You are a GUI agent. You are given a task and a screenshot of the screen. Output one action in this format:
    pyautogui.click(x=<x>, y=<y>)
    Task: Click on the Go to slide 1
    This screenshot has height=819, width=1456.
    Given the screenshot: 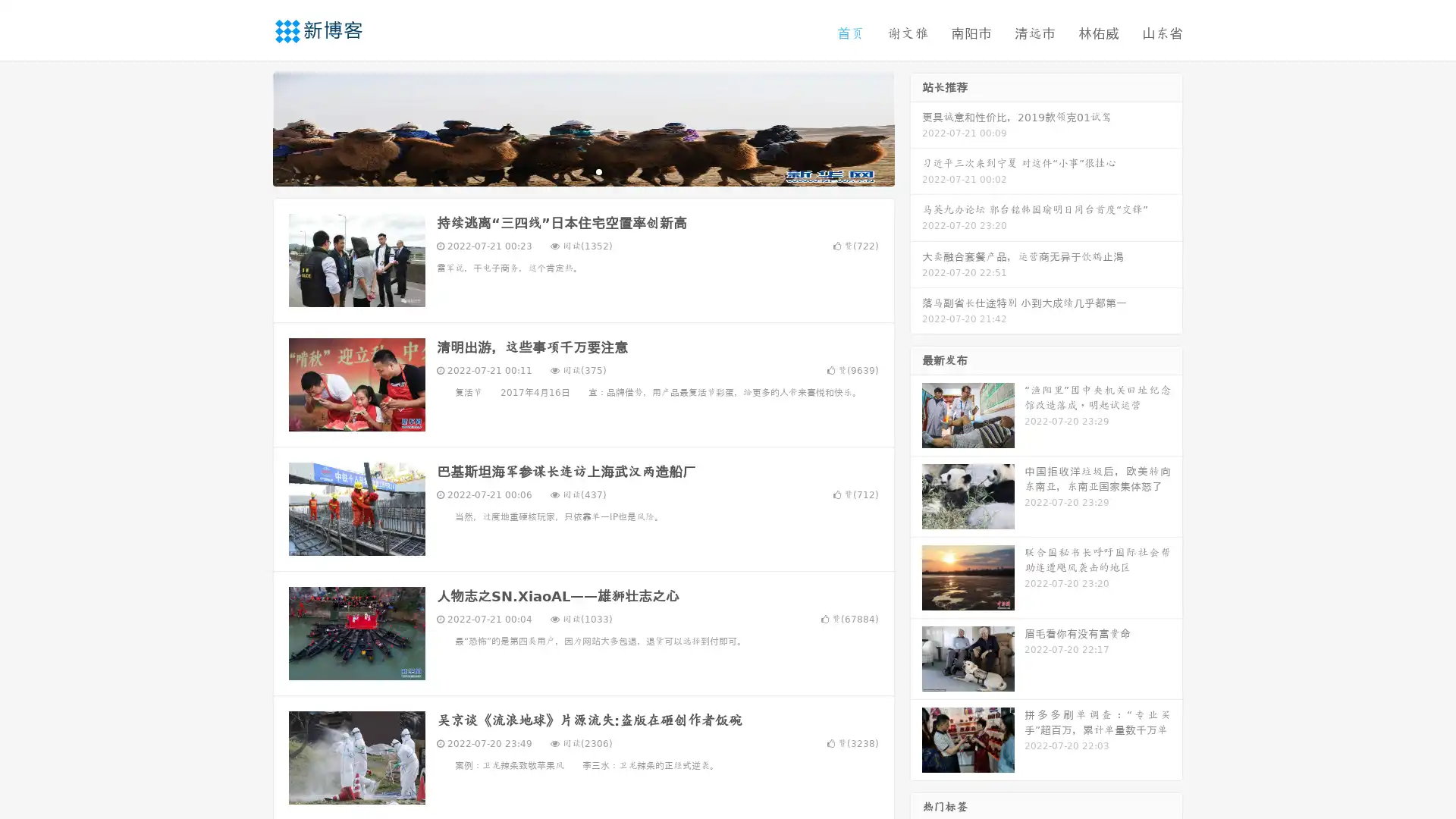 What is the action you would take?
    pyautogui.click(x=567, y=171)
    